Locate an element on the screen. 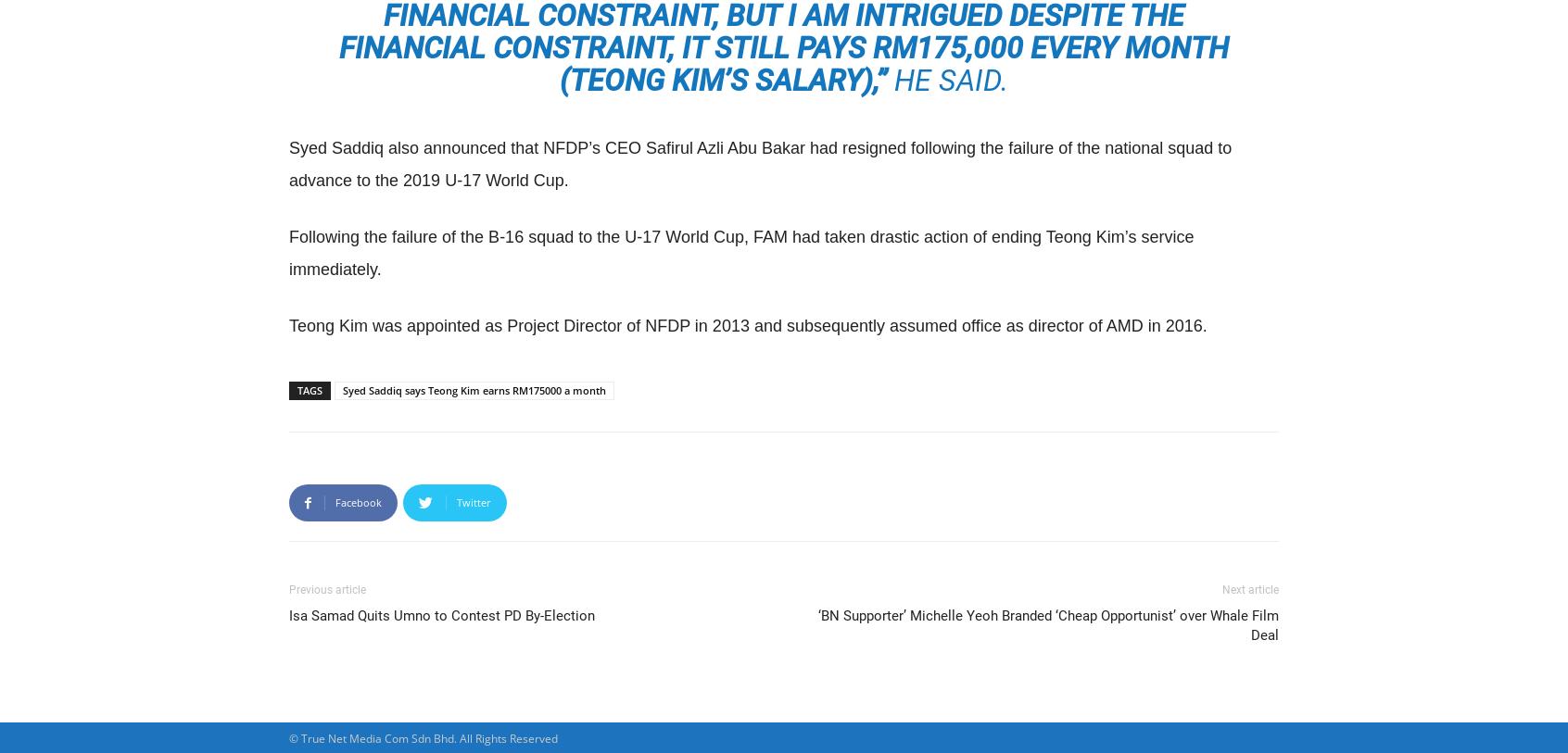 The height and width of the screenshot is (753, 1568). 'Next article' is located at coordinates (1250, 589).